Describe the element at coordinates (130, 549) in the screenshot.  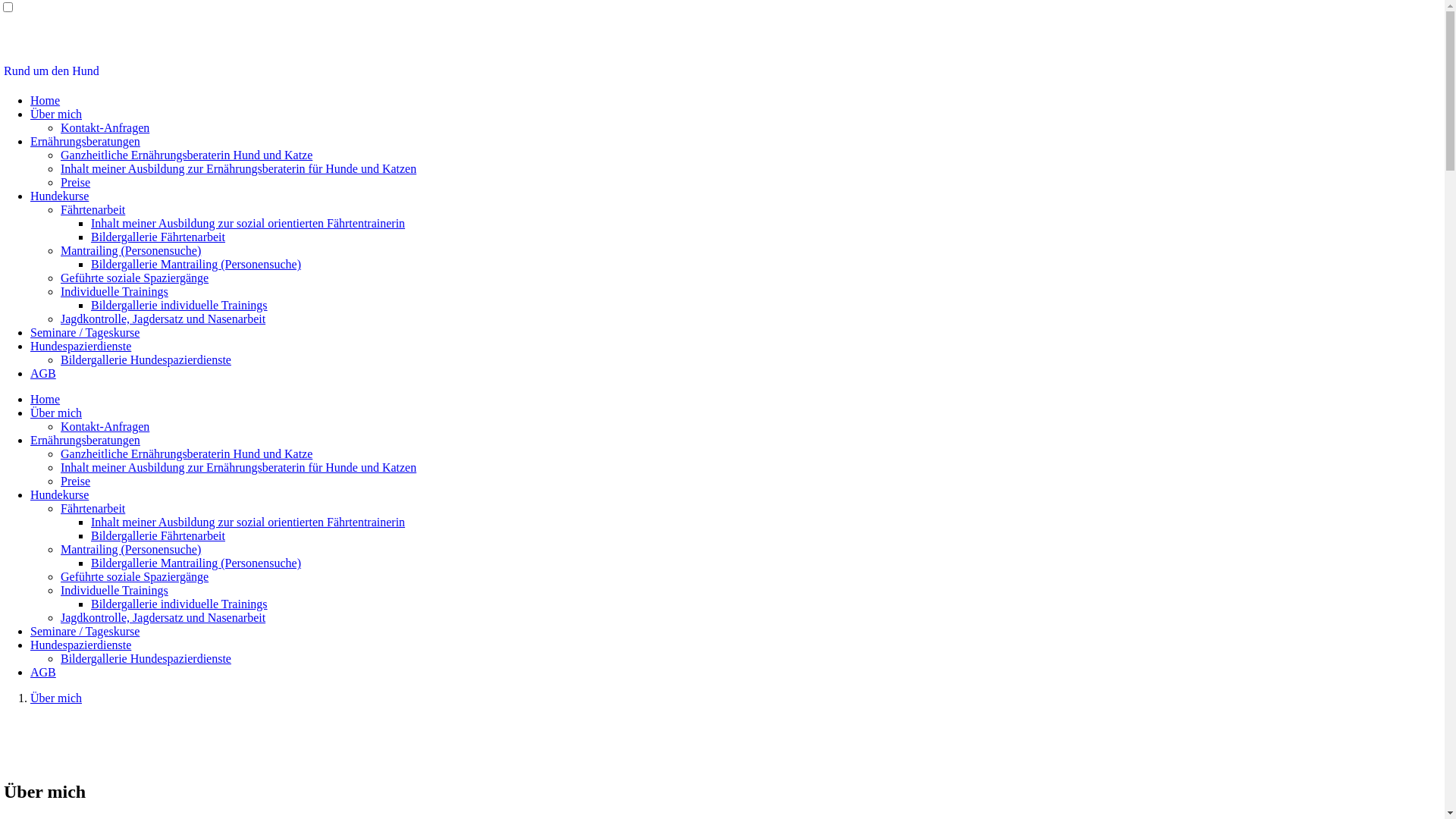
I see `'Mantrailing (Personensuche)'` at that location.